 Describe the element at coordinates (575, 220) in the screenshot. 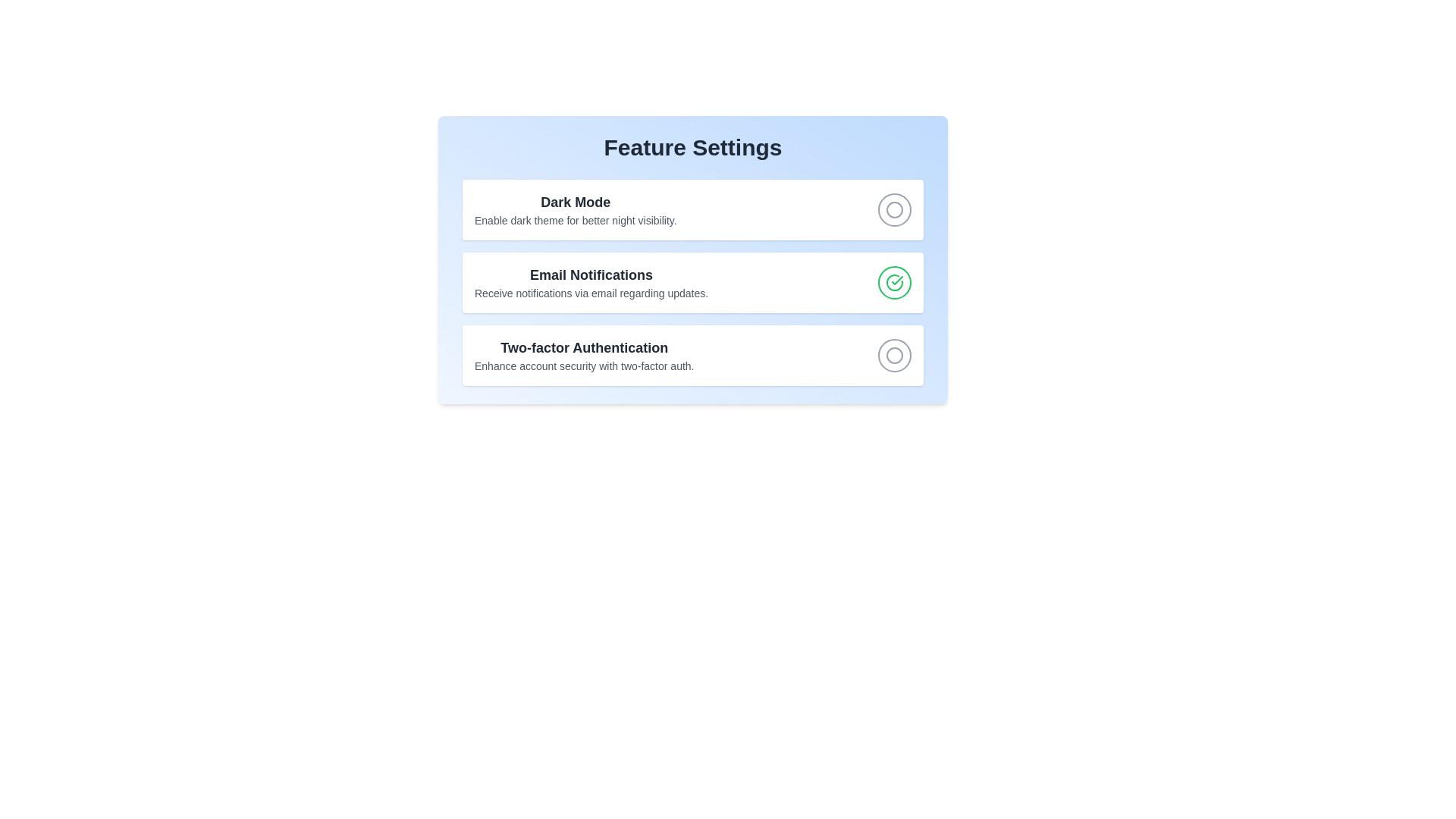

I see `the static text providing supplementary information for the 'Dark Mode' feature, located below the title 'Dark Mode' in the settings panel` at that location.